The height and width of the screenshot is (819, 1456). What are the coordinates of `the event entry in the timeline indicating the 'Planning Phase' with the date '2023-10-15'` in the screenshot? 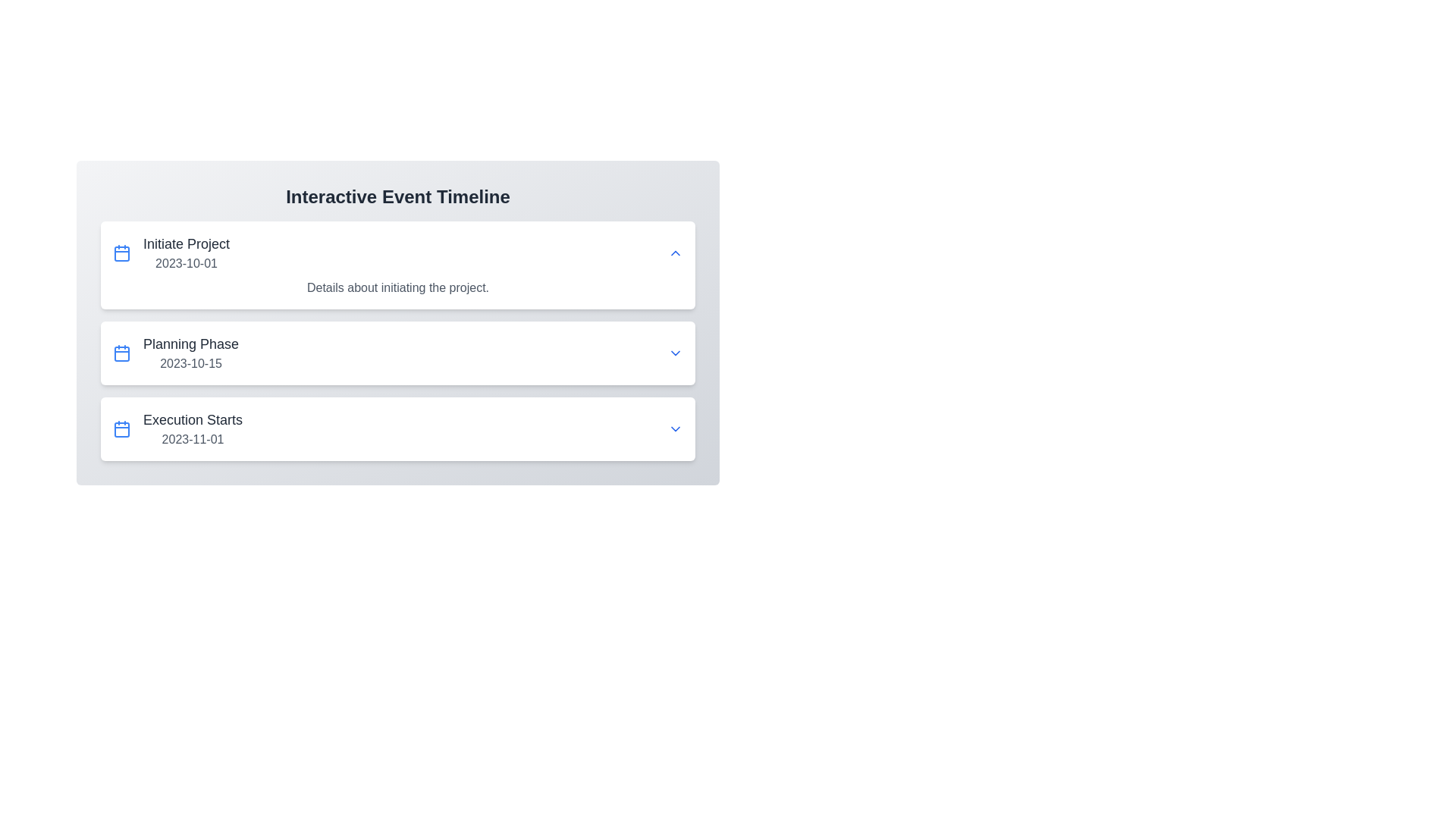 It's located at (190, 353).